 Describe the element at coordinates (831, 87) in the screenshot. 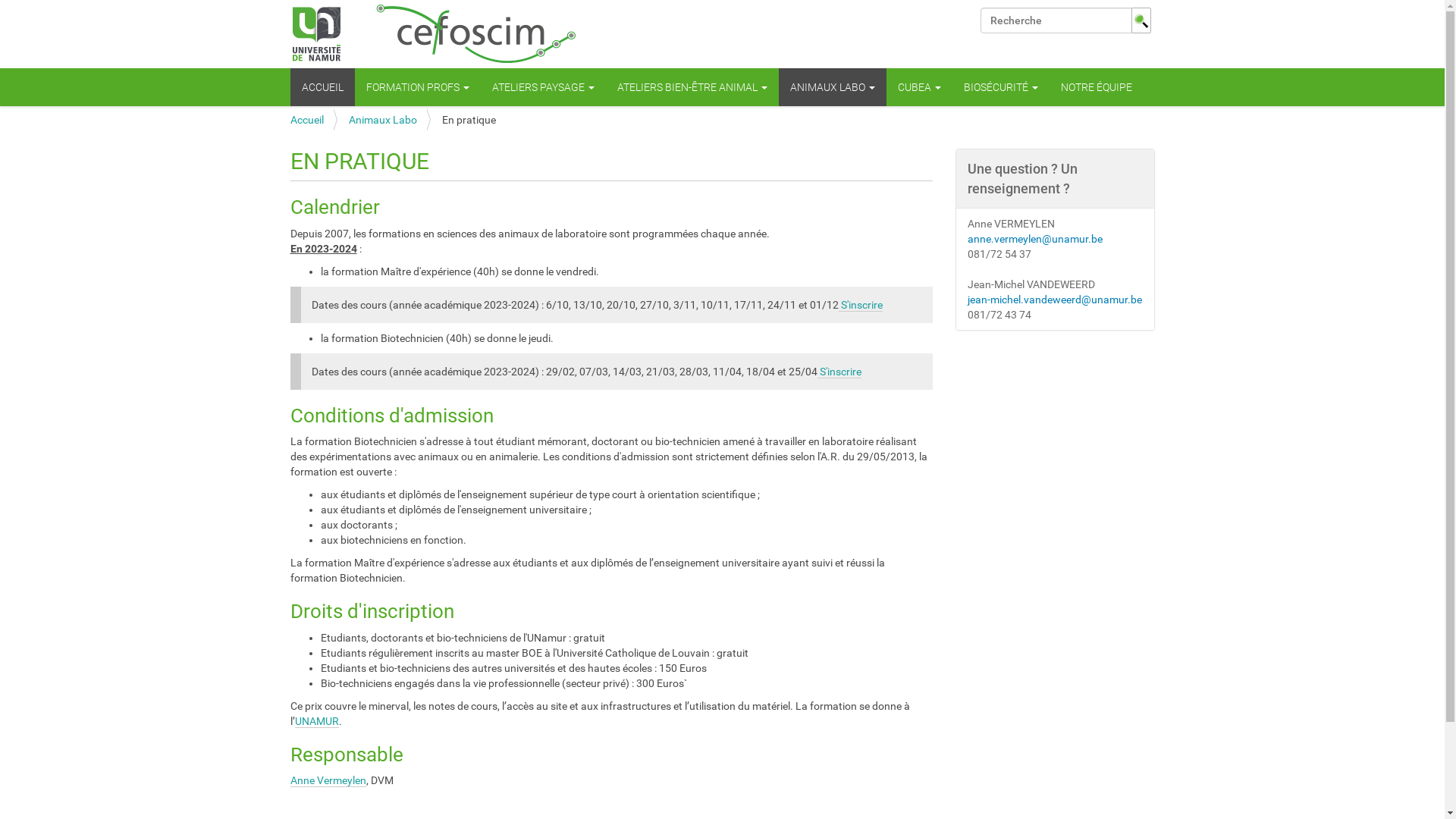

I see `'ANIMAUX LABO'` at that location.